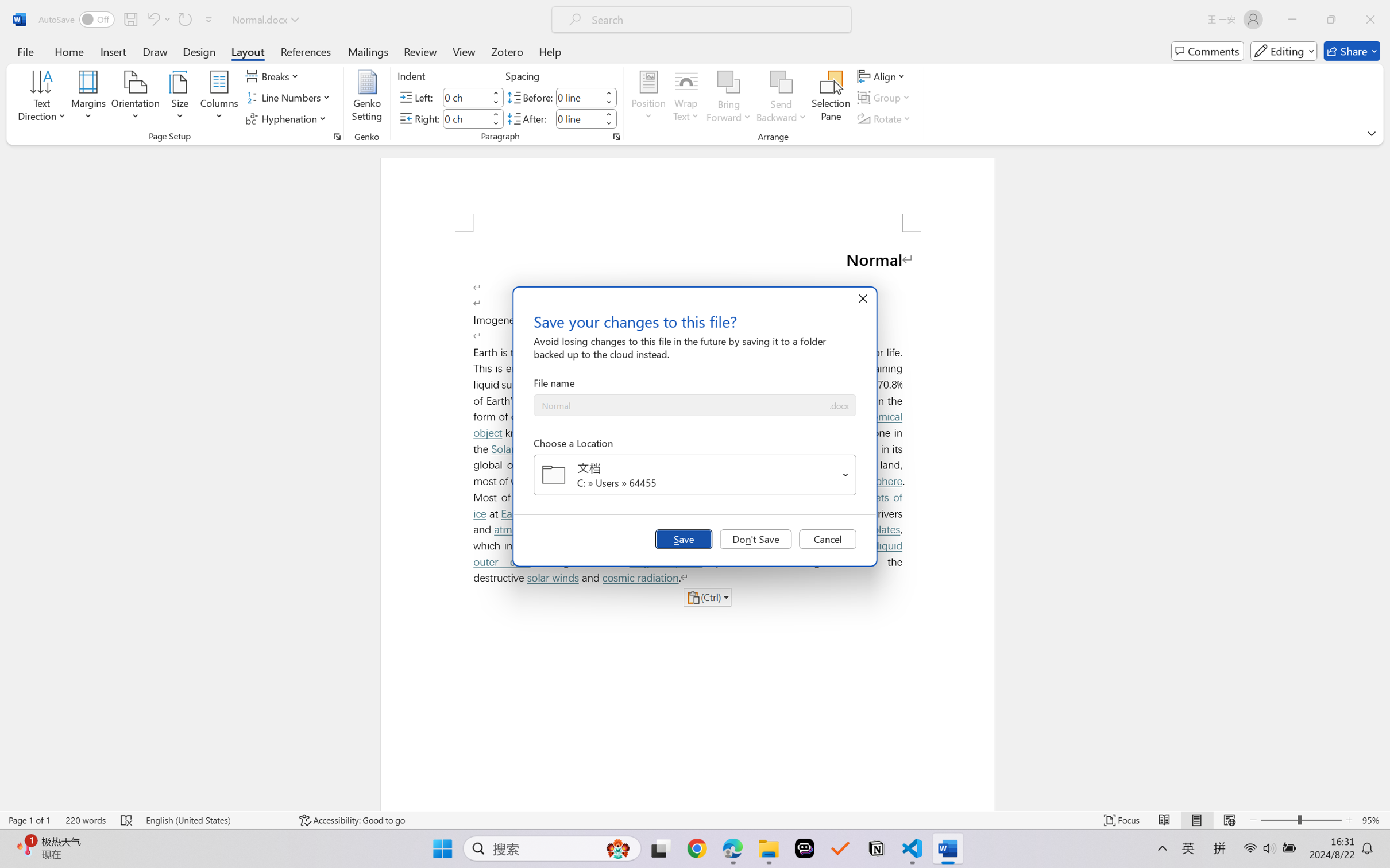  I want to click on 'Position', so click(648, 98).